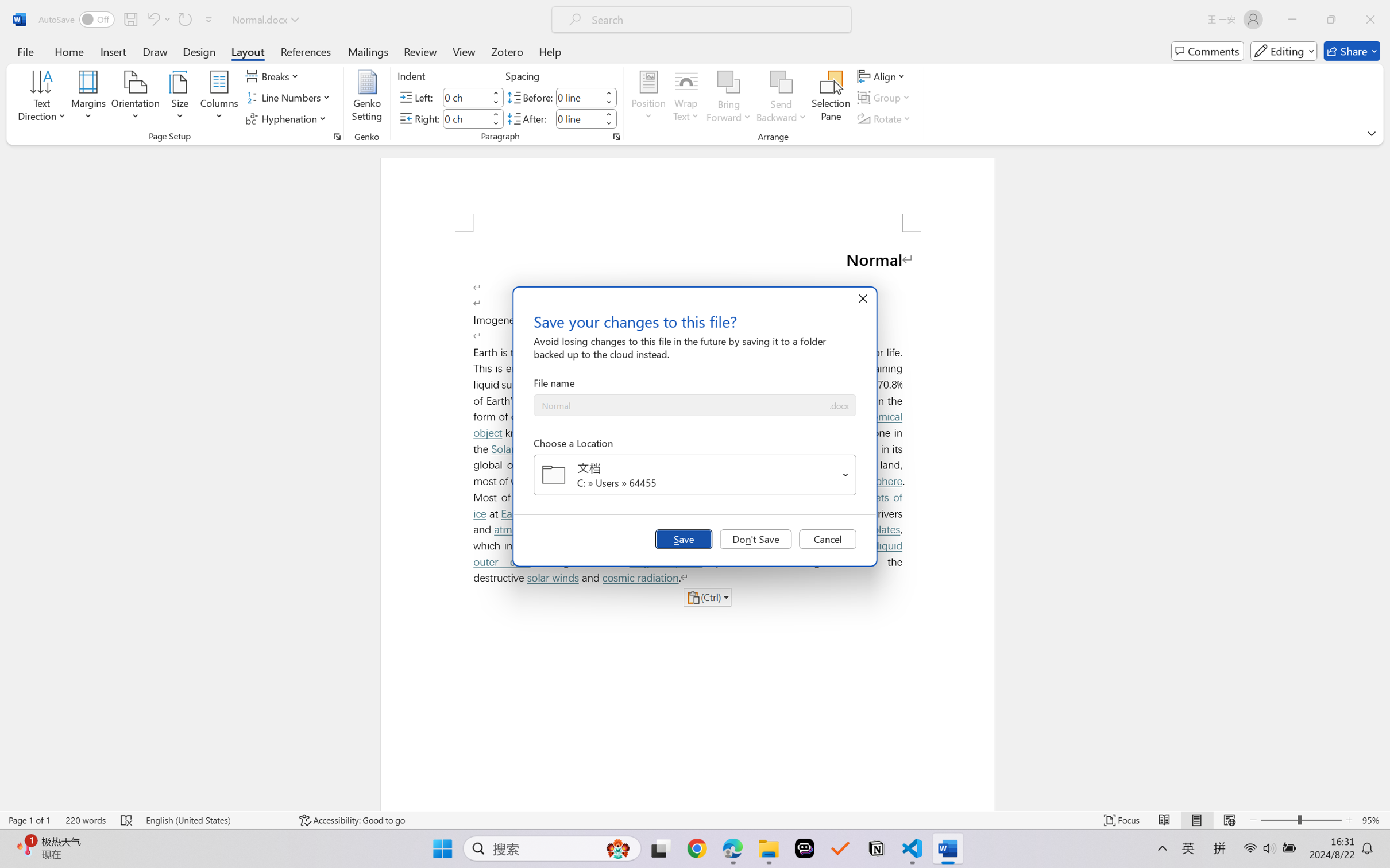  I want to click on 'Position', so click(648, 98).